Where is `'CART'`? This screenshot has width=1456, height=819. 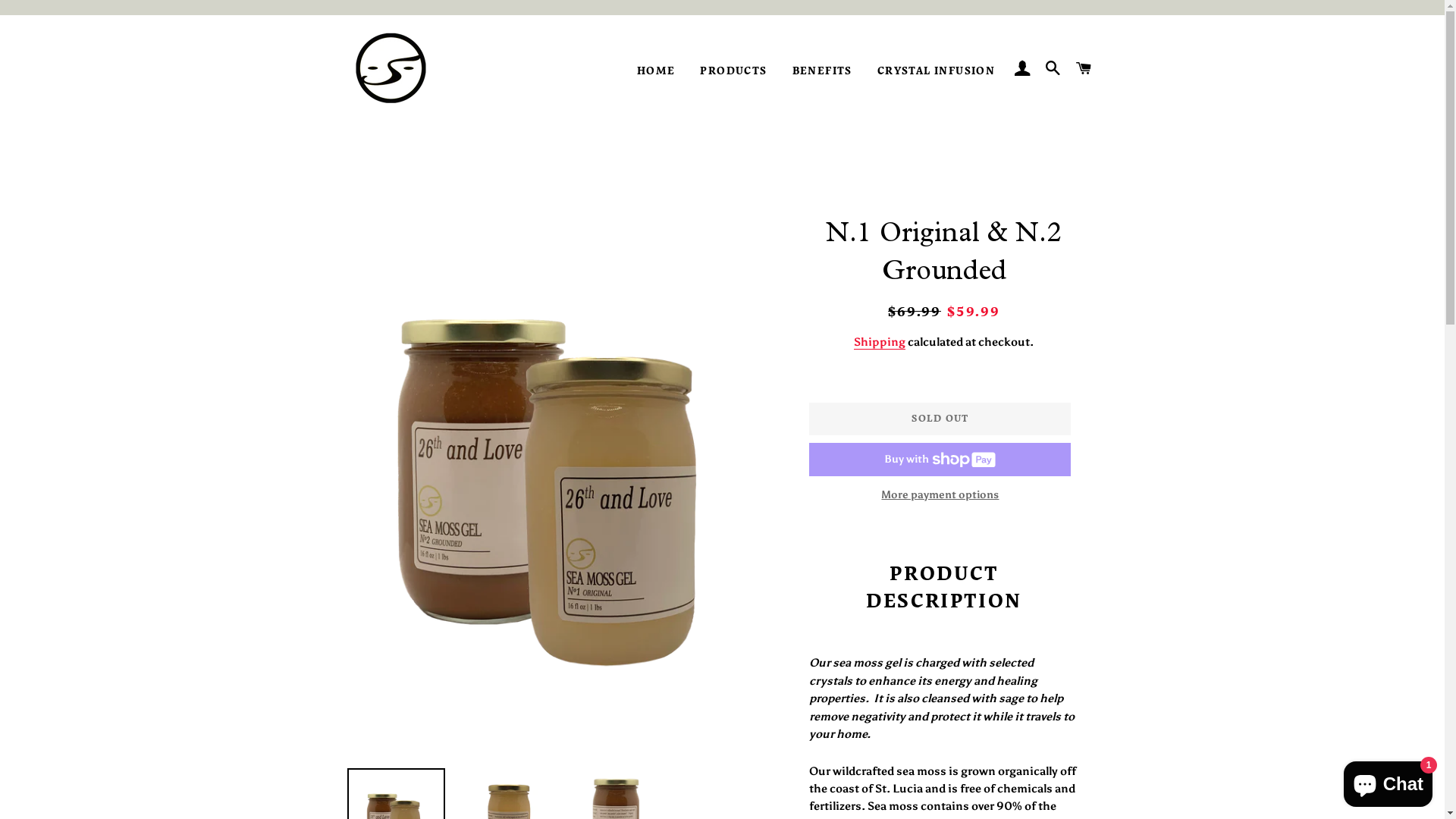
'CART' is located at coordinates (1083, 70).